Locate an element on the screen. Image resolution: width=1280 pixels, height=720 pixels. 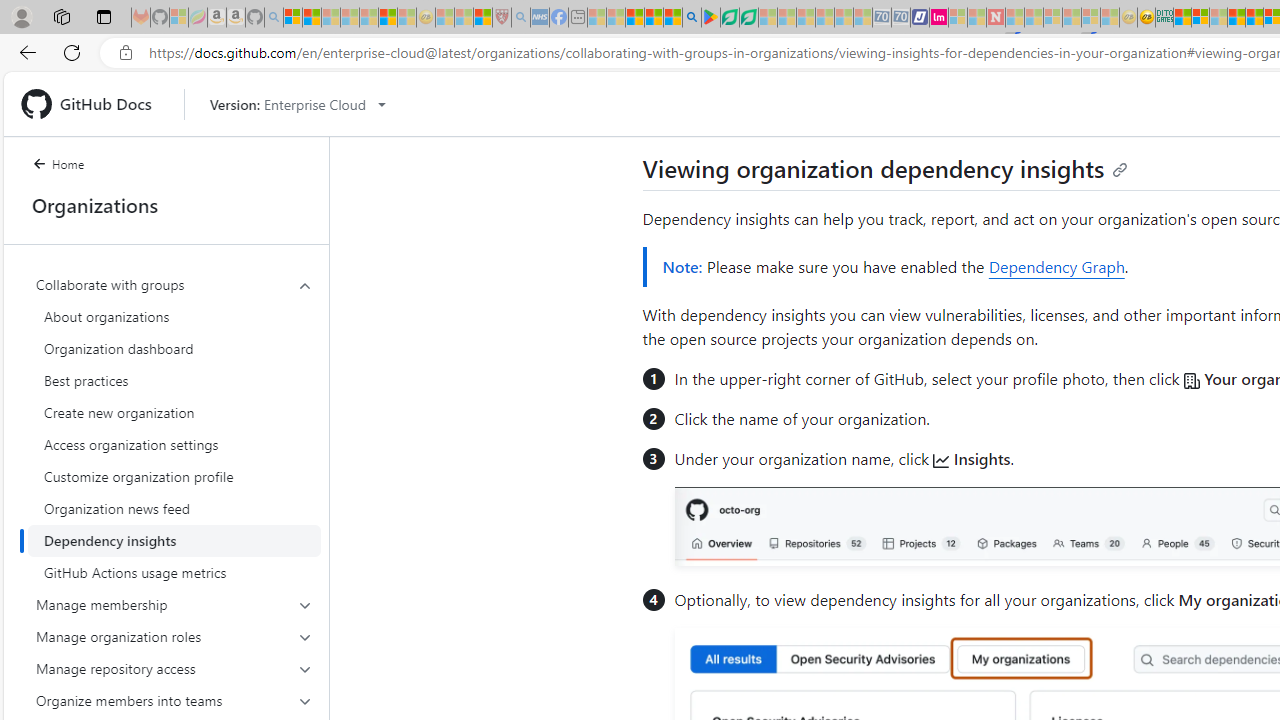
'Dependency Graph' is located at coordinates (1055, 266).